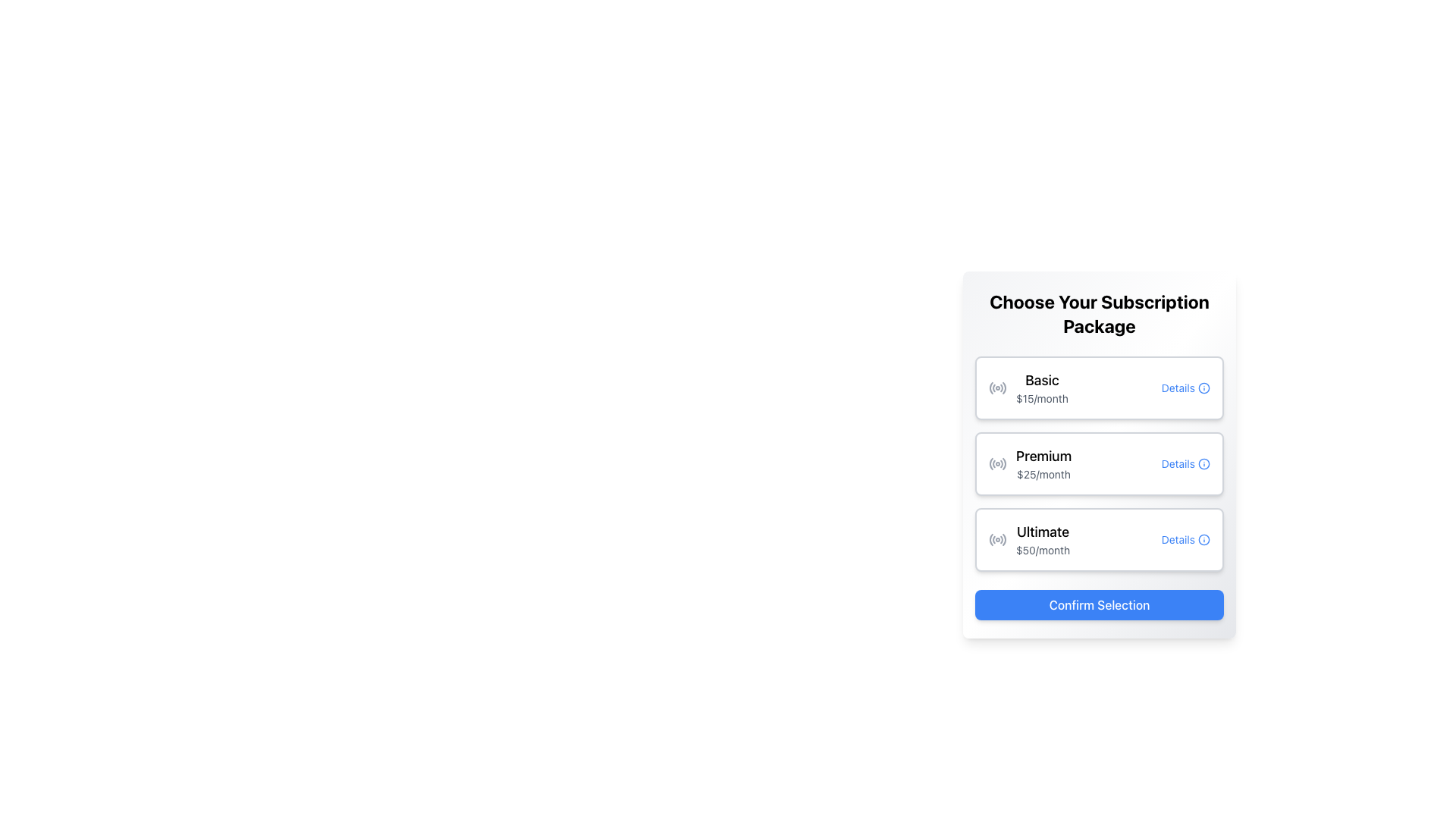 Image resolution: width=1456 pixels, height=819 pixels. Describe the element at coordinates (1042, 550) in the screenshot. I see `the text label displaying '$50/month' that is located beneath the title 'Ultimate' in the subscription card for the 'Ultimate' plan` at that location.